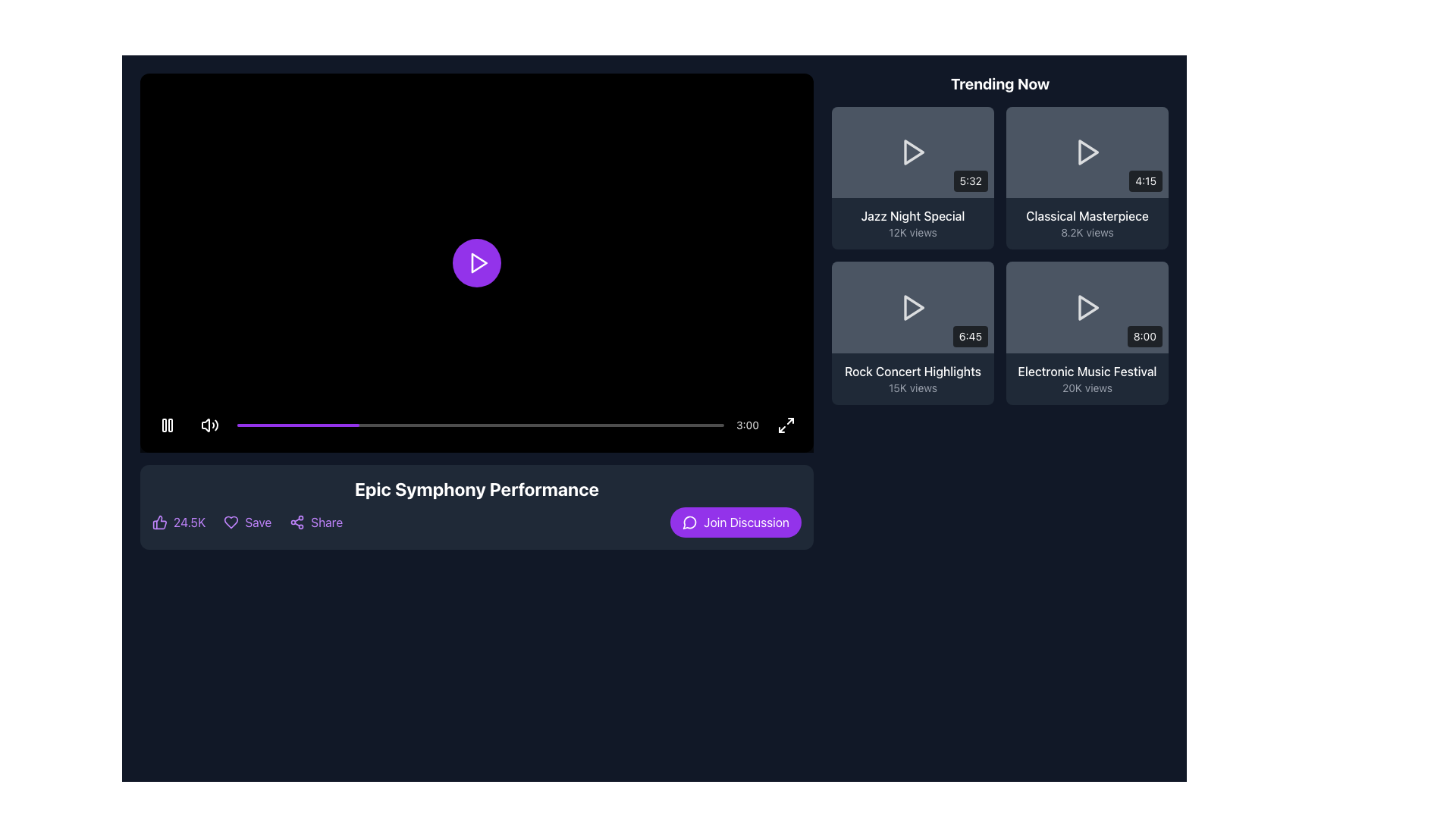 This screenshot has height=819, width=1456. I want to click on the round pause button with a black background and two vertical white bars inside, located on the bottom-left corner of the video player interface, so click(167, 424).